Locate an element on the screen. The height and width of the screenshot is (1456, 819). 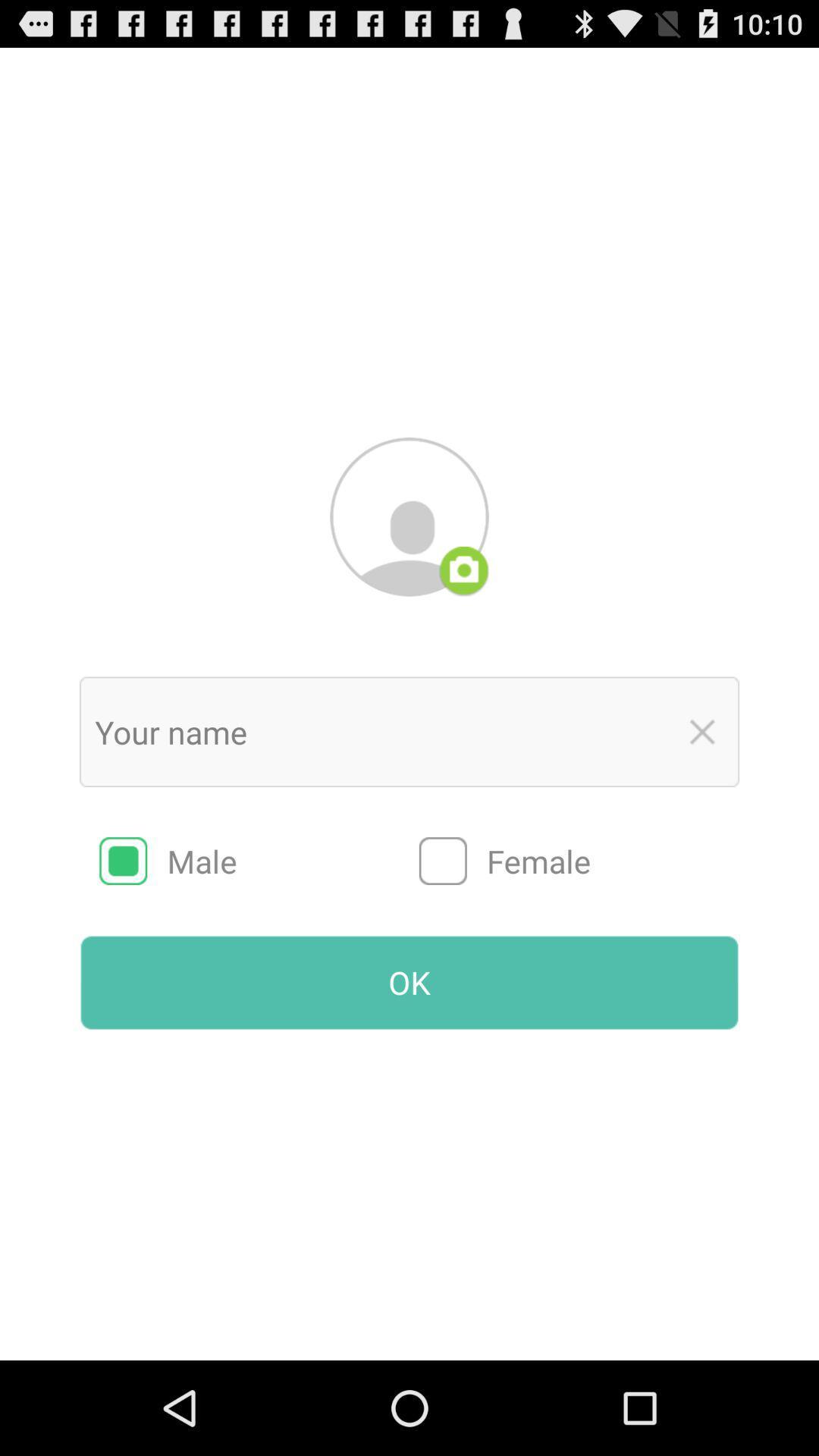
the female item is located at coordinates (579, 861).